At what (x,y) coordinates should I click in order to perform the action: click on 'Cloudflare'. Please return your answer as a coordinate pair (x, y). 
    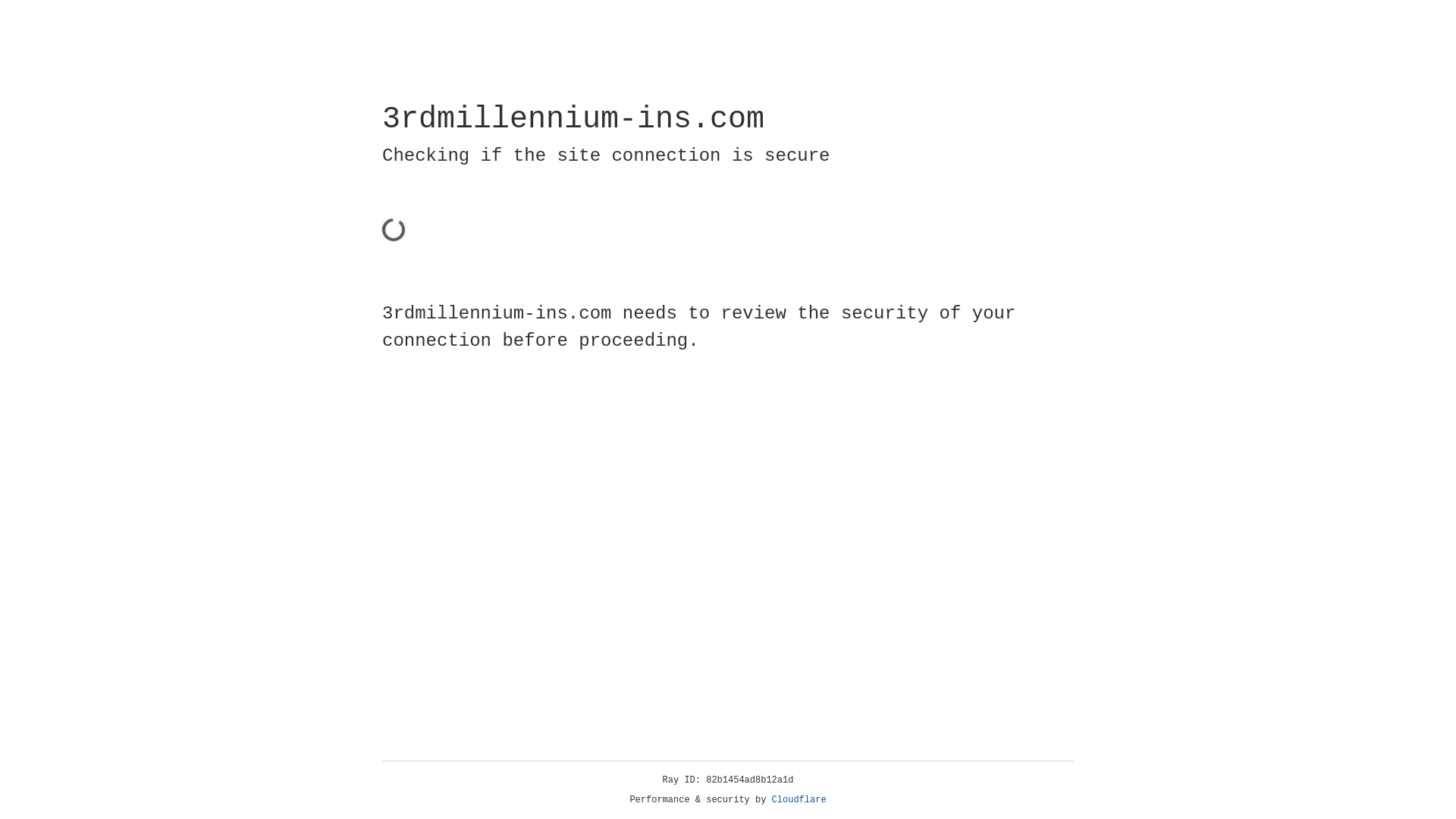
    Looking at the image, I should click on (799, 799).